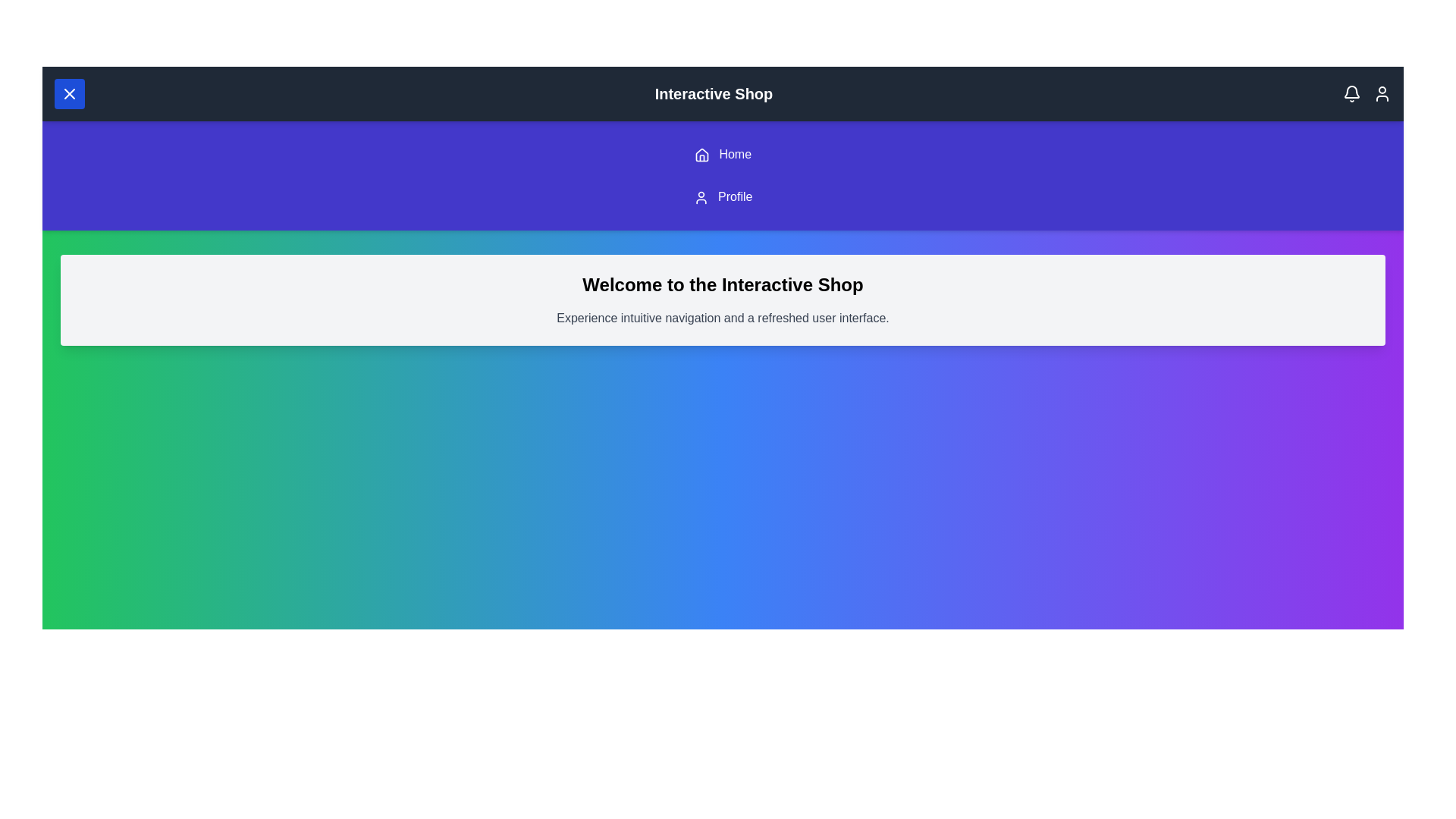  What do you see at coordinates (722, 155) in the screenshot?
I see `the 'Home' link in the menu` at bounding box center [722, 155].